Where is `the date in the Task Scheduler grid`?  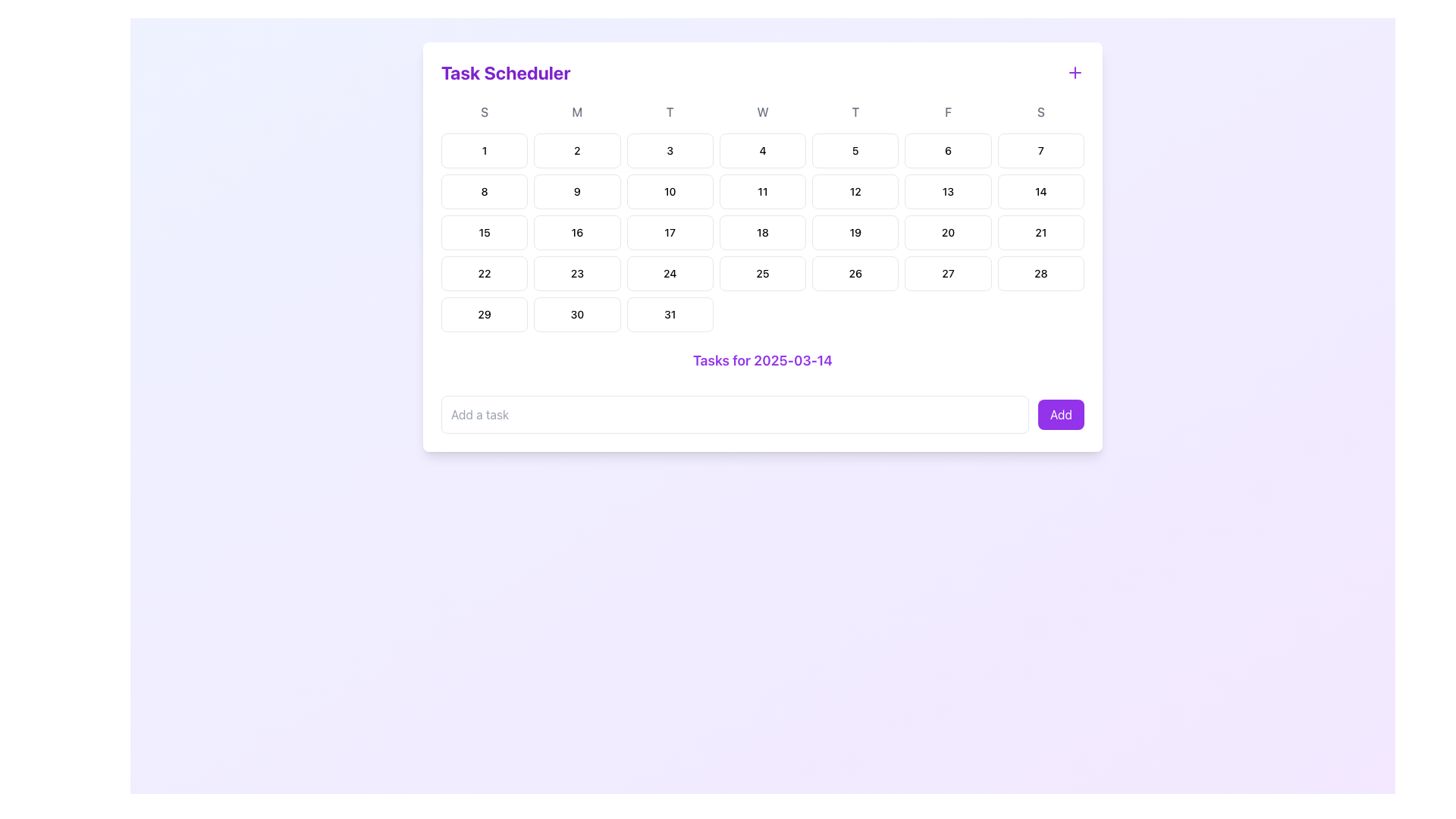 the date in the Task Scheduler grid is located at coordinates (763, 233).